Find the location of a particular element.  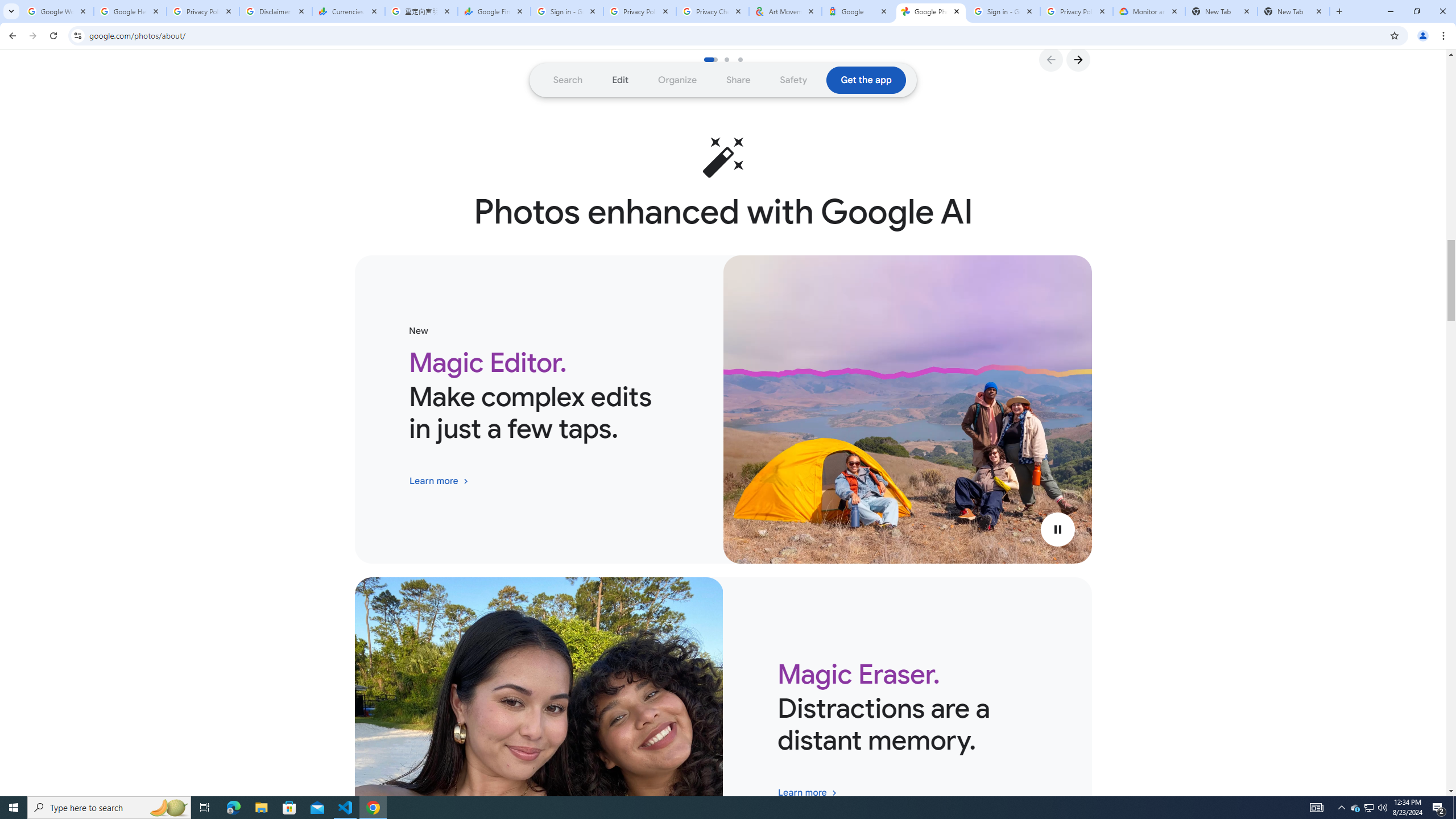

'Go to Previous Slide' is located at coordinates (1050, 59).